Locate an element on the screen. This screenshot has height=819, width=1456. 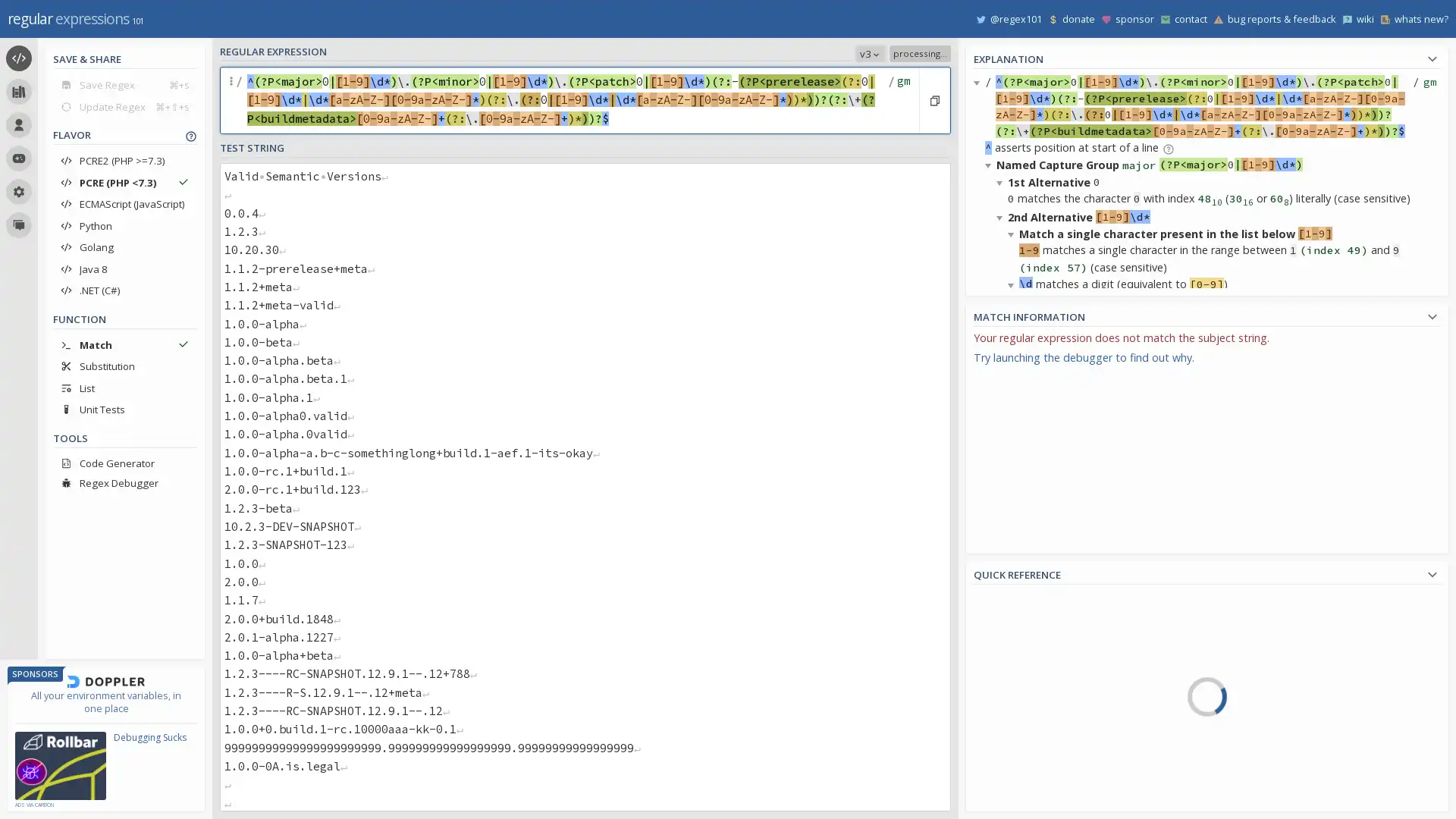
Collapse Subtree is located at coordinates (990, 165).